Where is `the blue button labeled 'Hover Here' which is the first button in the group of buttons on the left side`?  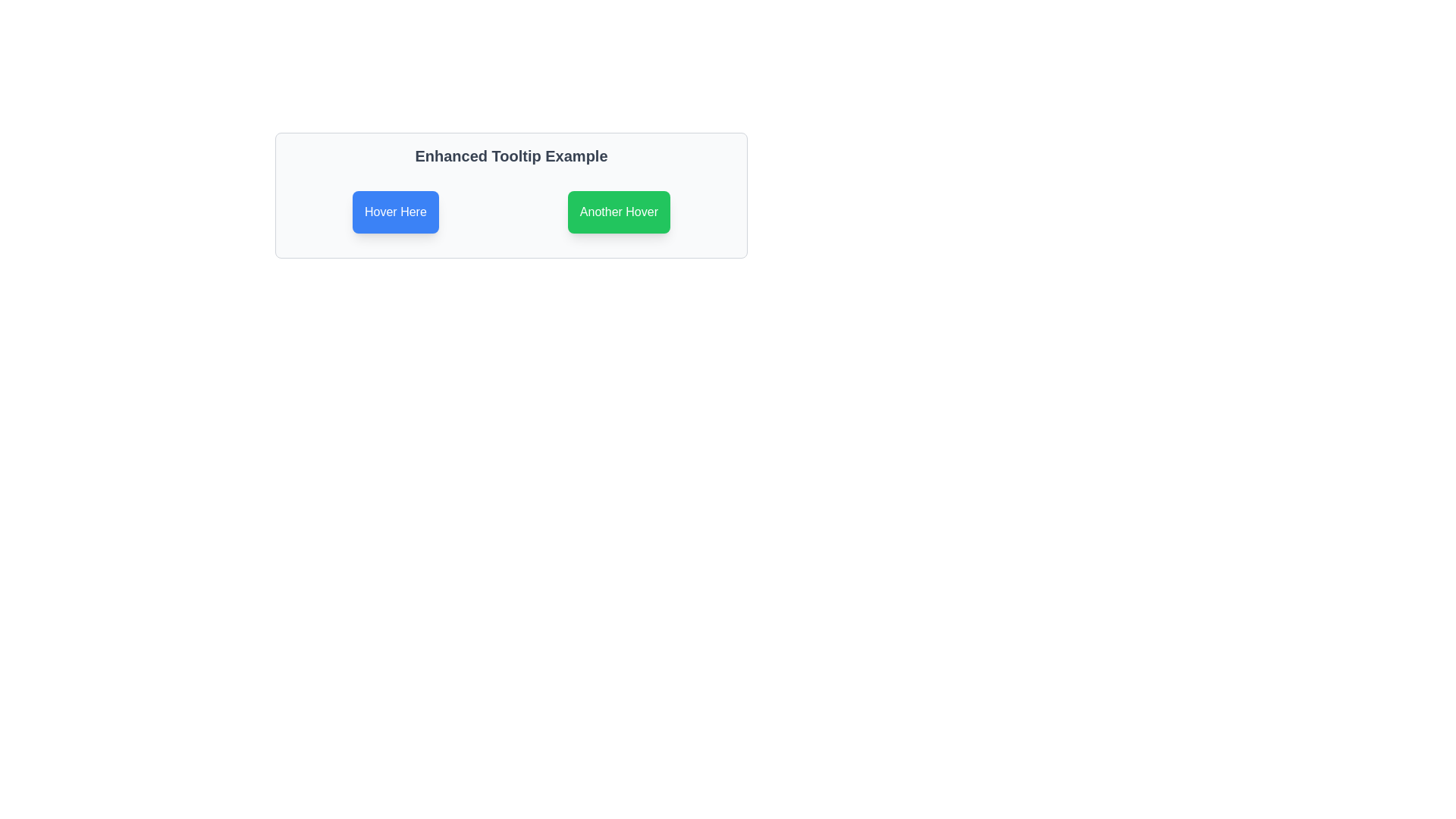
the blue button labeled 'Hover Here' which is the first button in the group of buttons on the left side is located at coordinates (395, 212).